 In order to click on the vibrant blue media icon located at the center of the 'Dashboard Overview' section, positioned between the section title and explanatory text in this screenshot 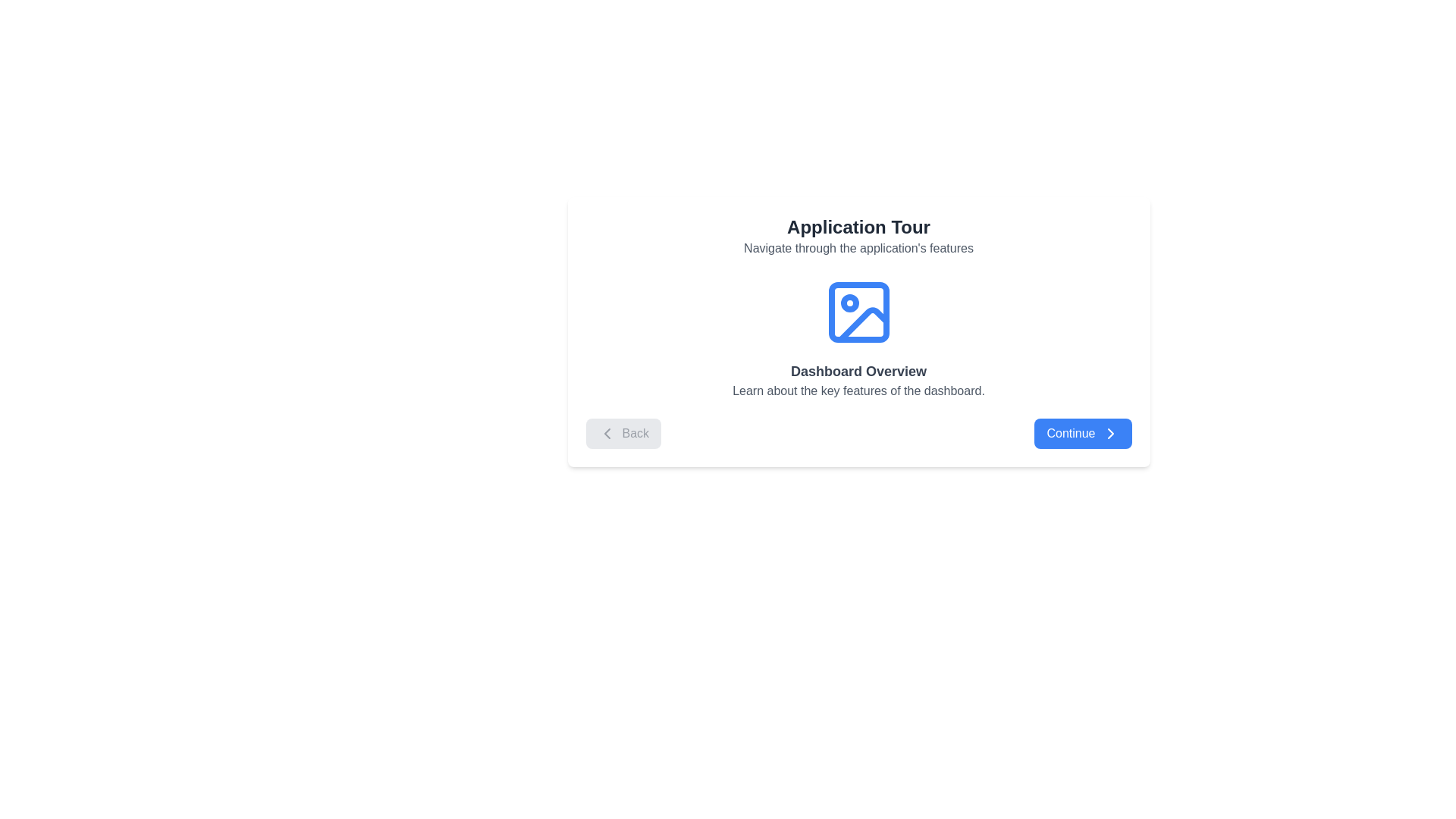, I will do `click(858, 312)`.